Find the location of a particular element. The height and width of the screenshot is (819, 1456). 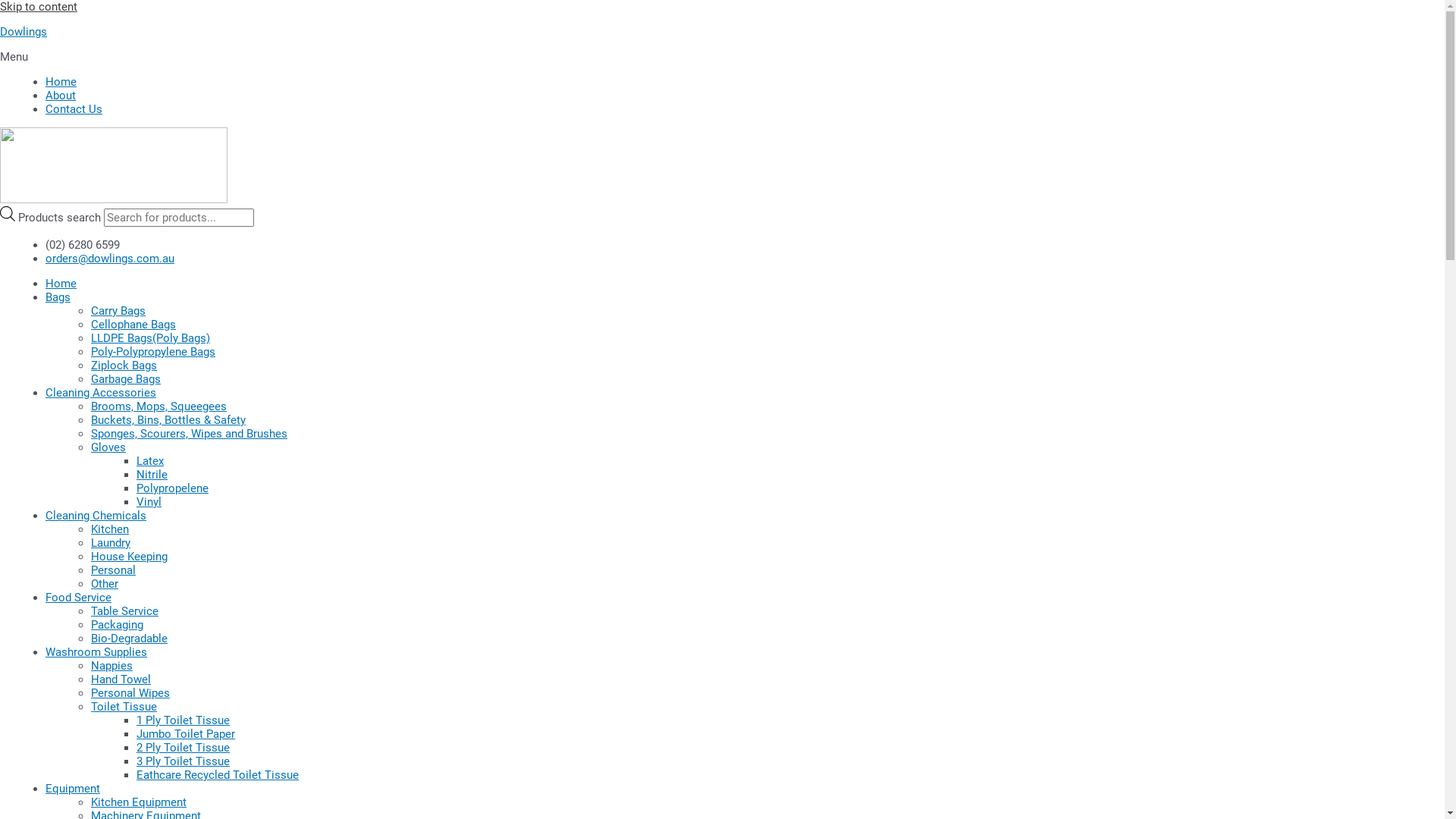

'Personal' is located at coordinates (90, 570).